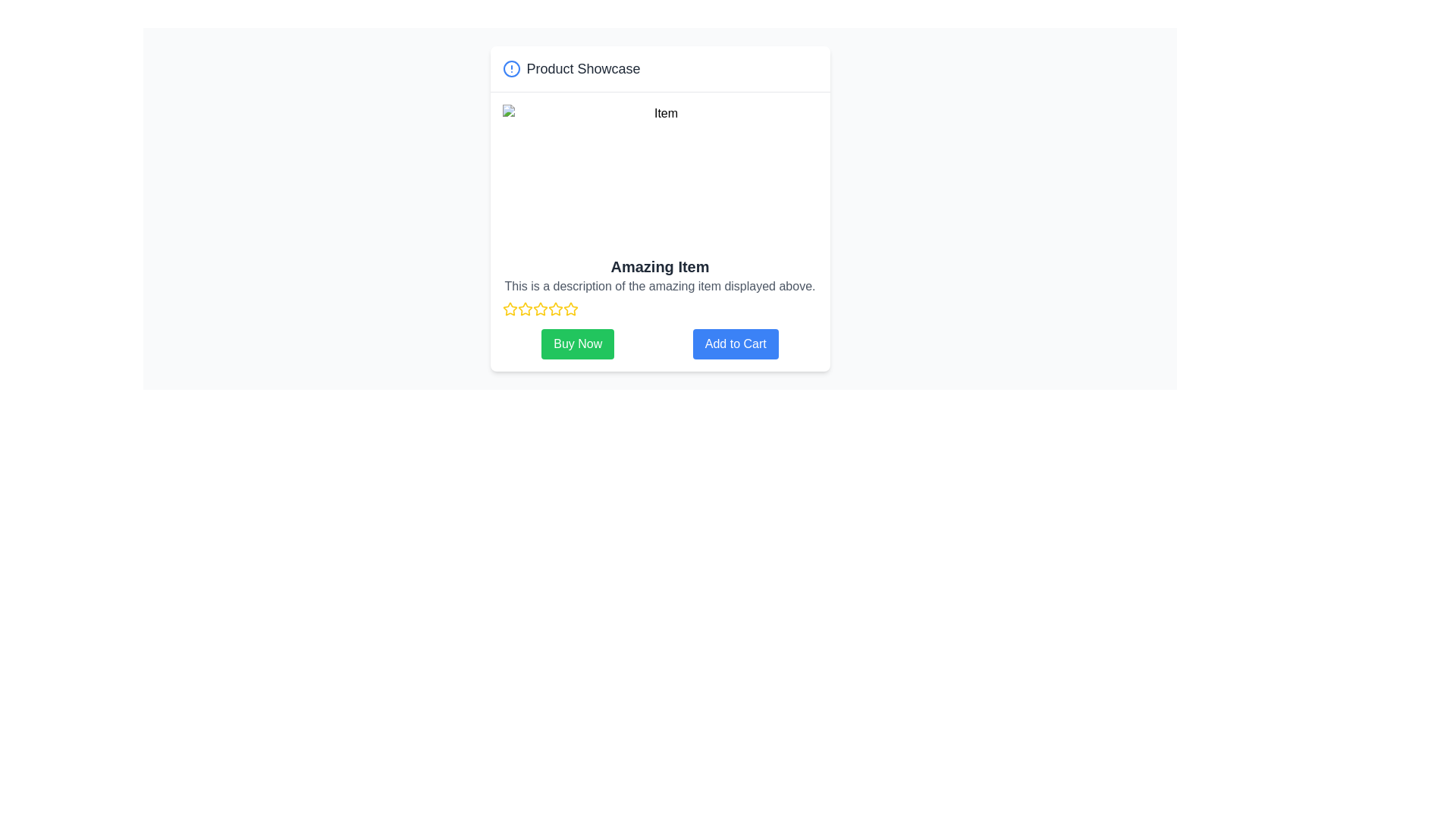 The height and width of the screenshot is (819, 1456). I want to click on the green rectangular button labeled 'Buy Now' to initiate the purchase, so click(577, 344).